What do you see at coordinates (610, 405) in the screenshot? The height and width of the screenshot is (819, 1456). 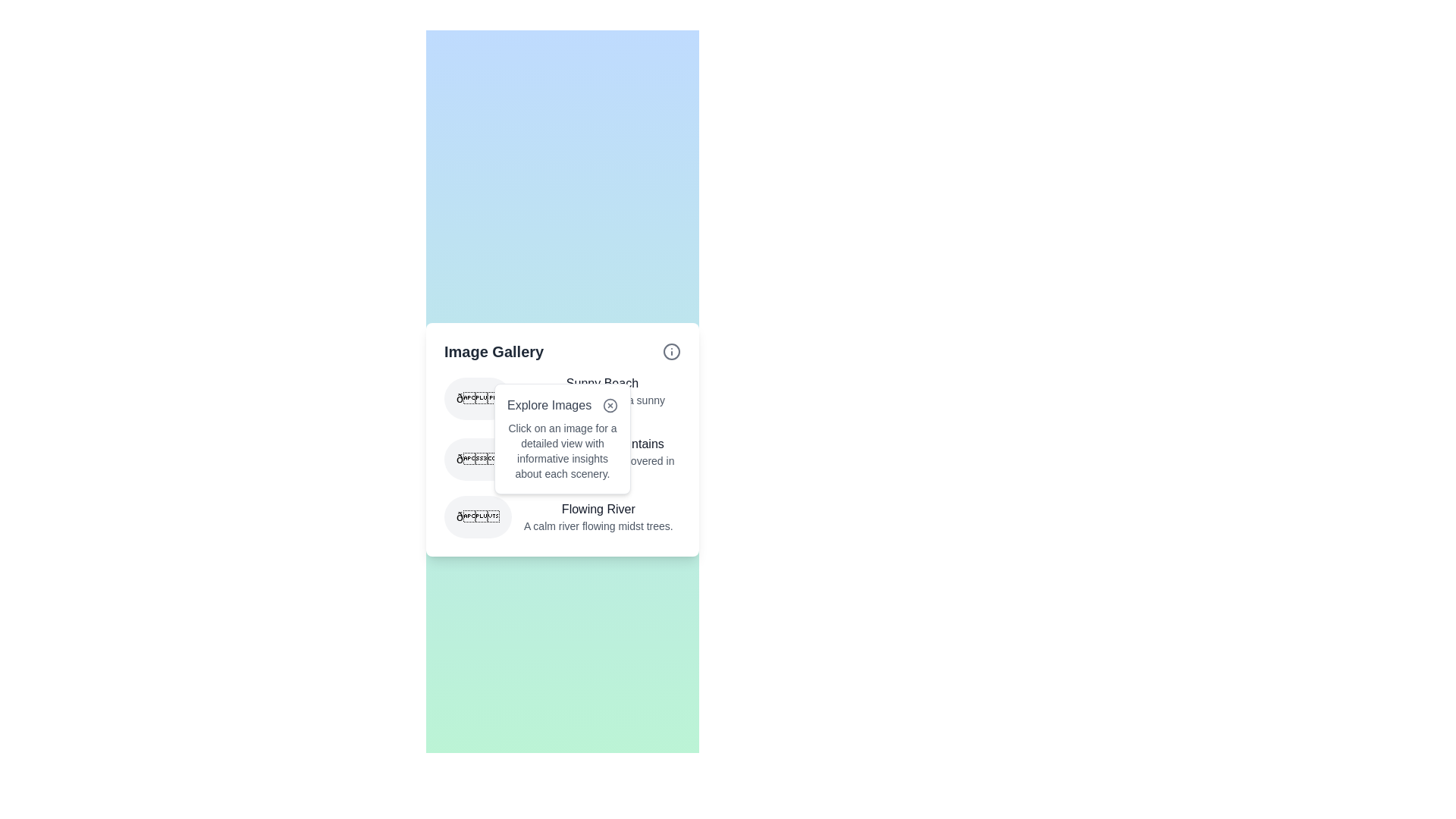 I see `the circular graphic located within the icon at the top right corner of the popup, adjacent to the label 'Explore Images'` at bounding box center [610, 405].